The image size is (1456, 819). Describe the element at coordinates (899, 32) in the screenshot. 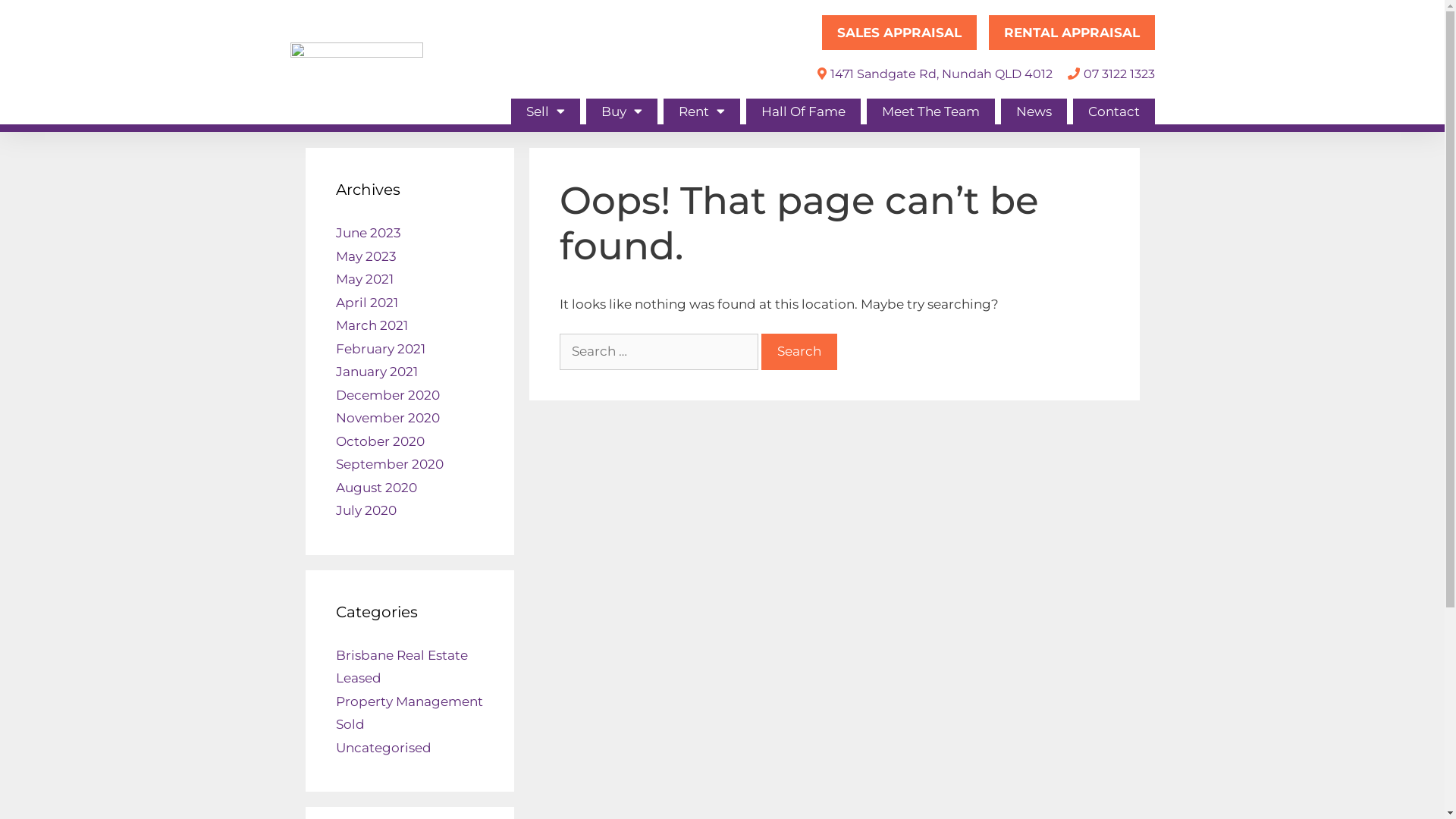

I see `'SALES APPRAISAL'` at that location.